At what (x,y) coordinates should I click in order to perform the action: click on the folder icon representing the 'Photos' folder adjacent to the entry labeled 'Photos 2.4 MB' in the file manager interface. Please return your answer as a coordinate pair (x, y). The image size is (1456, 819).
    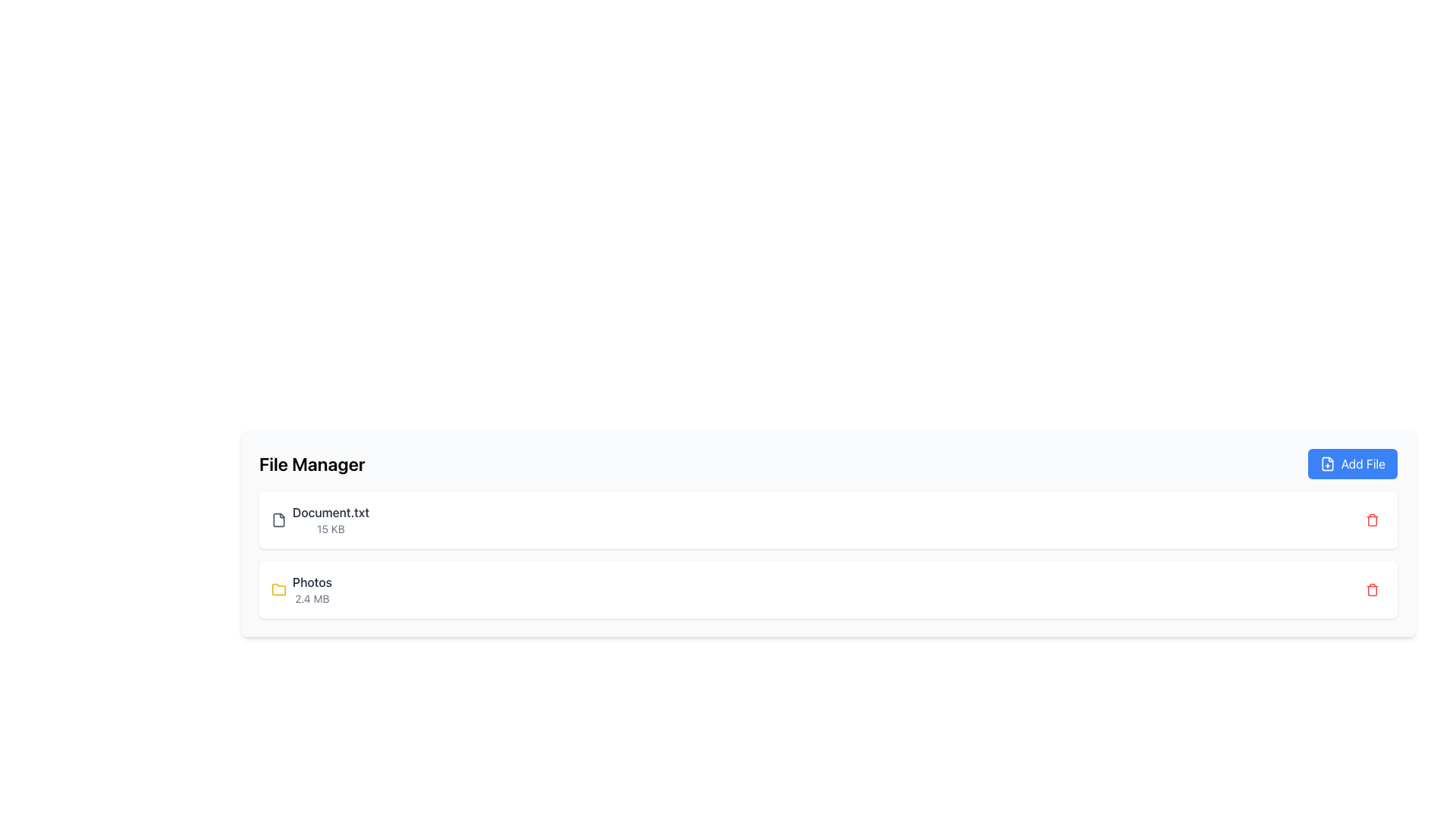
    Looking at the image, I should click on (279, 588).